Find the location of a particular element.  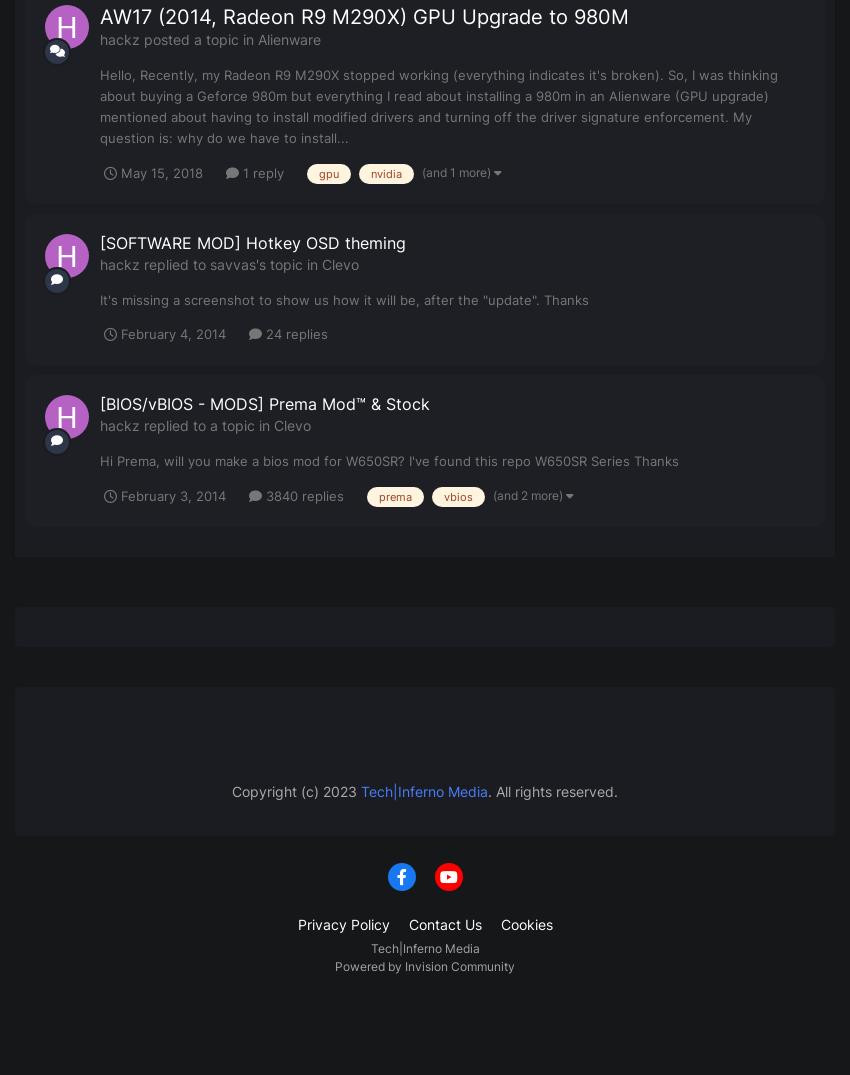

'. All rights reserved.' is located at coordinates (552, 790).